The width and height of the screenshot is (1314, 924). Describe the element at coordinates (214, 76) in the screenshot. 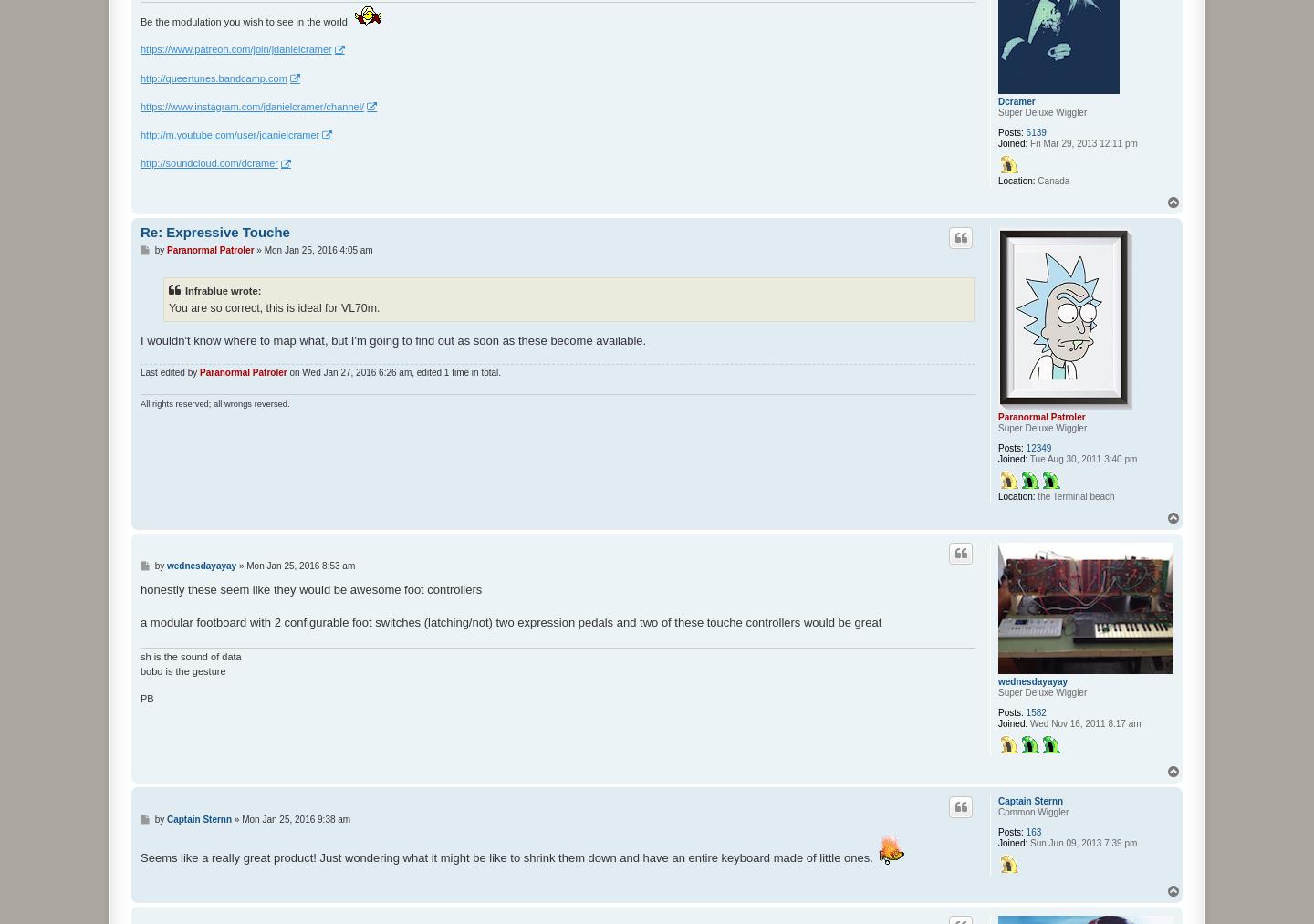

I see `'http://queertunes.bandcamp.com'` at that location.